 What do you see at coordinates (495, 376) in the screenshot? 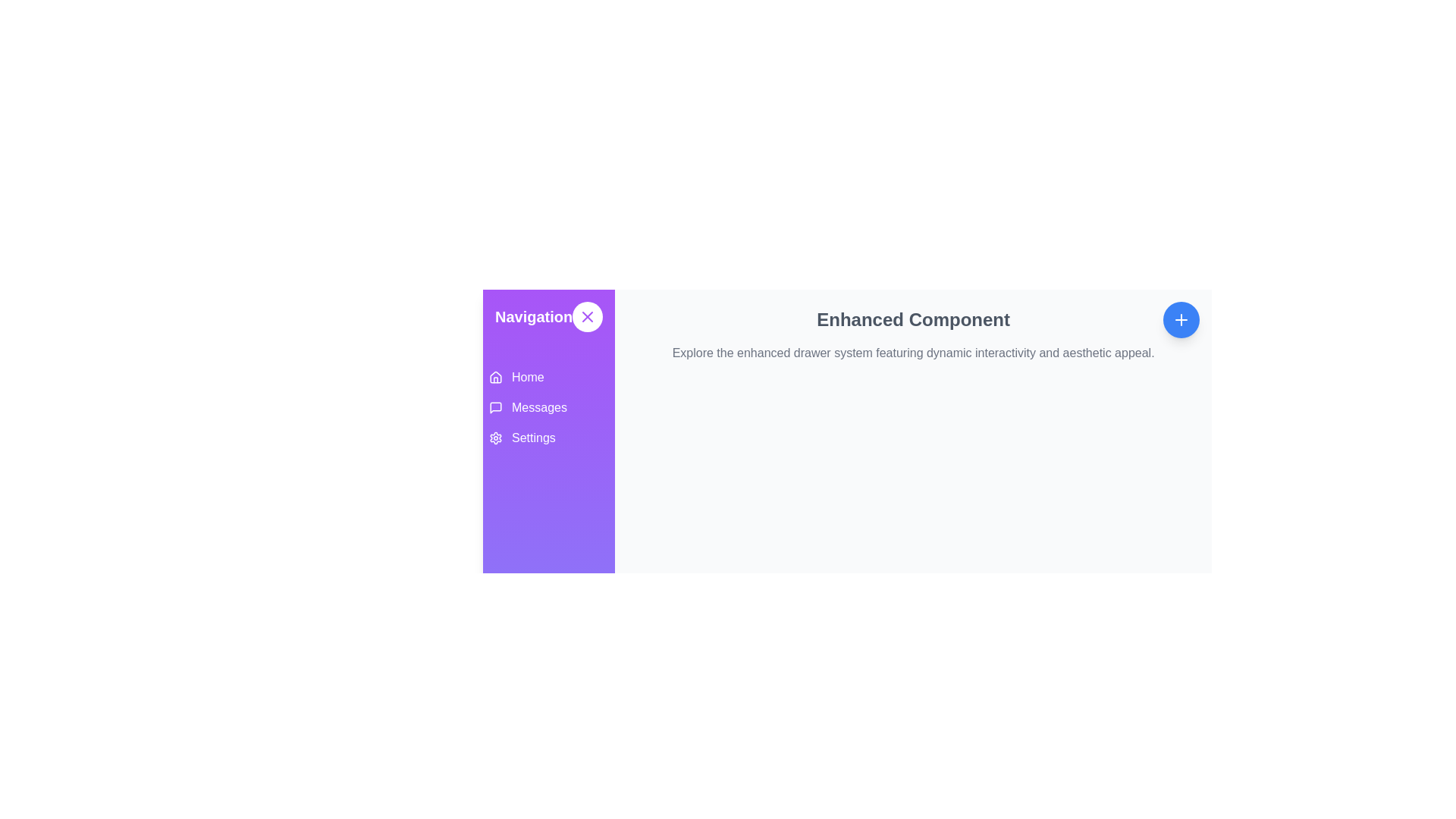
I see `the house icon located in the sidebar navigation at the top of the 'Home' tab section, which is styled with a minimalist outline design` at bounding box center [495, 376].